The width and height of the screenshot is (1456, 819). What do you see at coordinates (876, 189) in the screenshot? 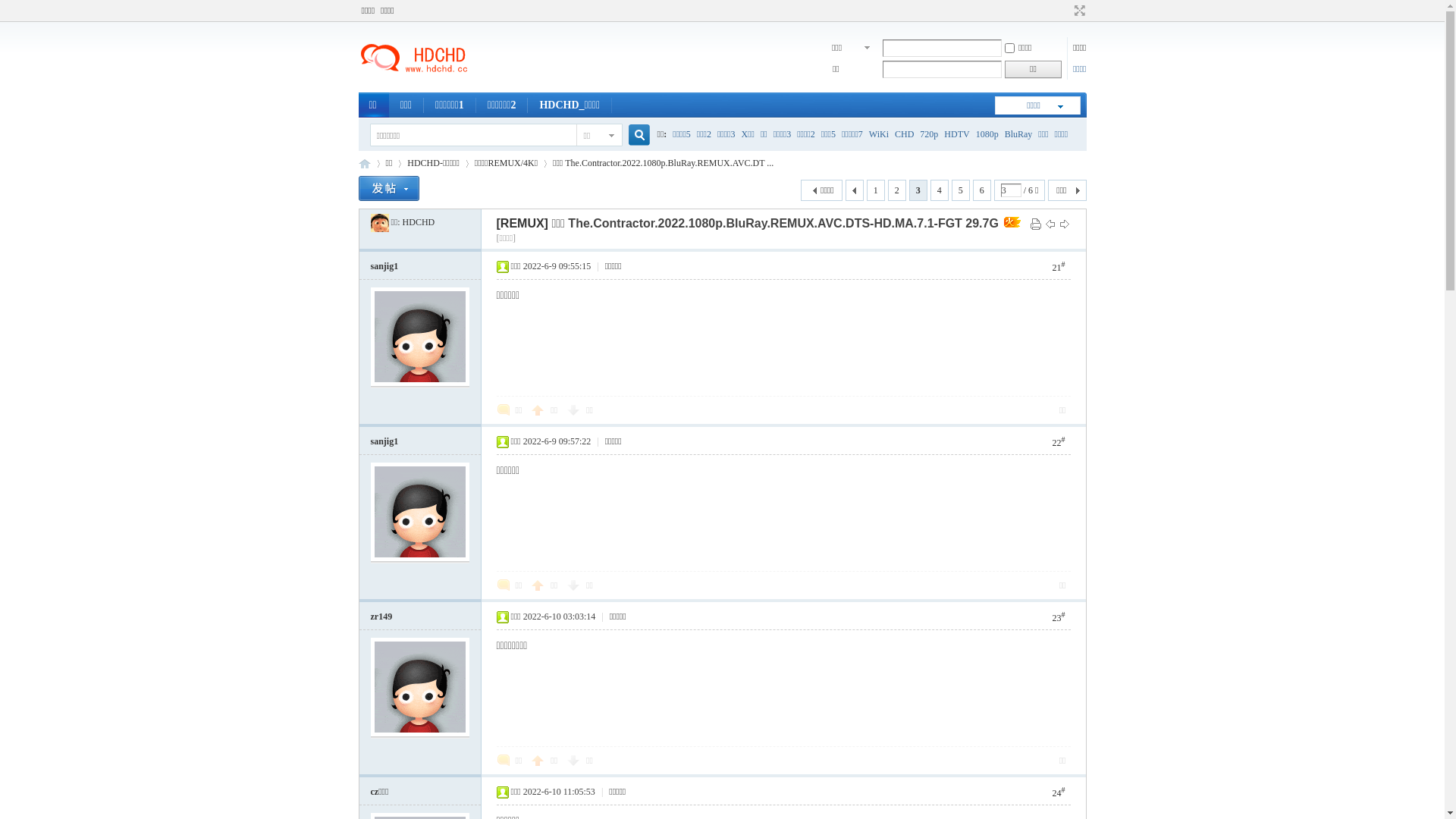
I see `'1'` at bounding box center [876, 189].